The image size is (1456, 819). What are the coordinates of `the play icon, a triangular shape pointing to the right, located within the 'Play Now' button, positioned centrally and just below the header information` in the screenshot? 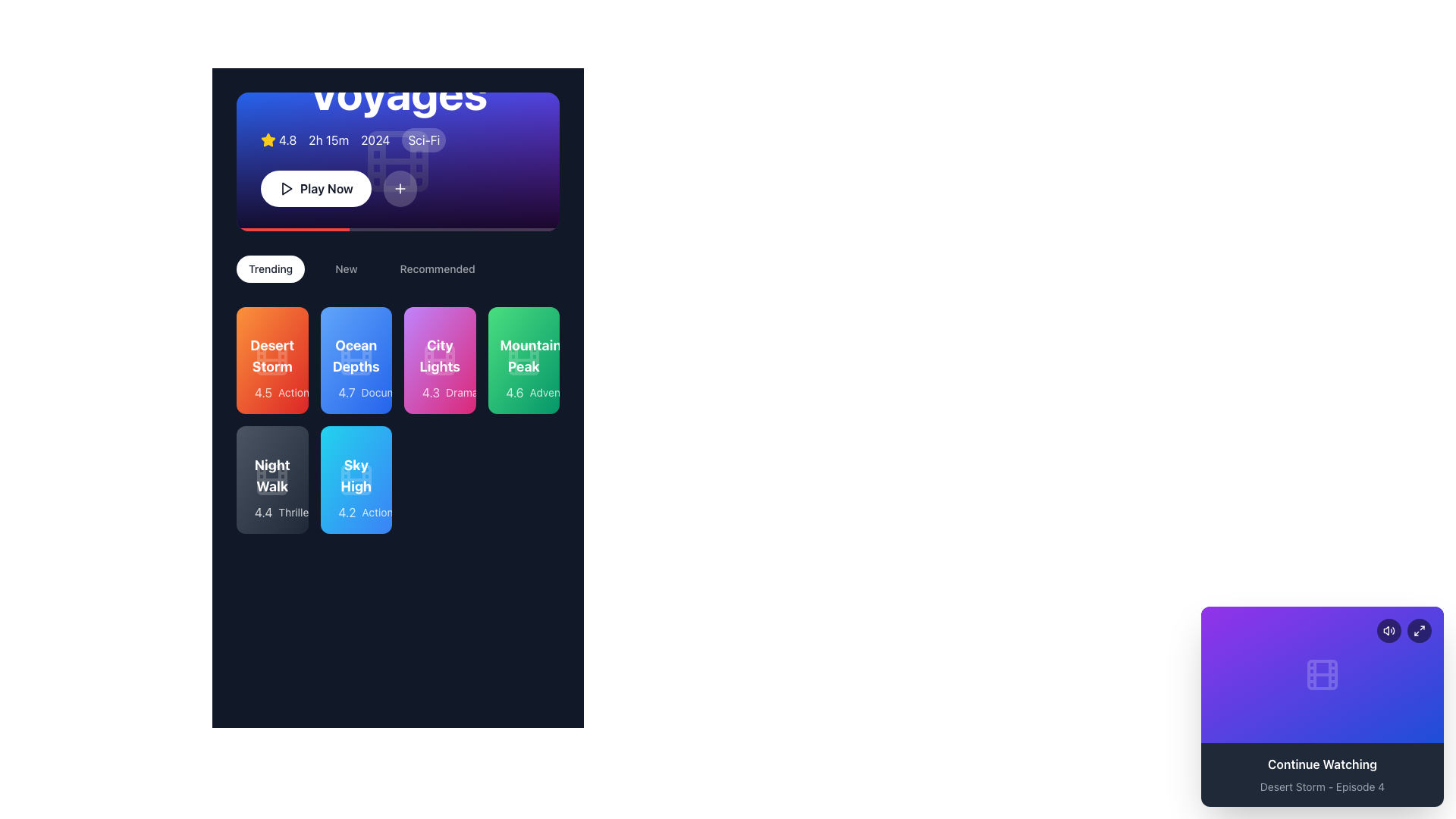 It's located at (287, 187).